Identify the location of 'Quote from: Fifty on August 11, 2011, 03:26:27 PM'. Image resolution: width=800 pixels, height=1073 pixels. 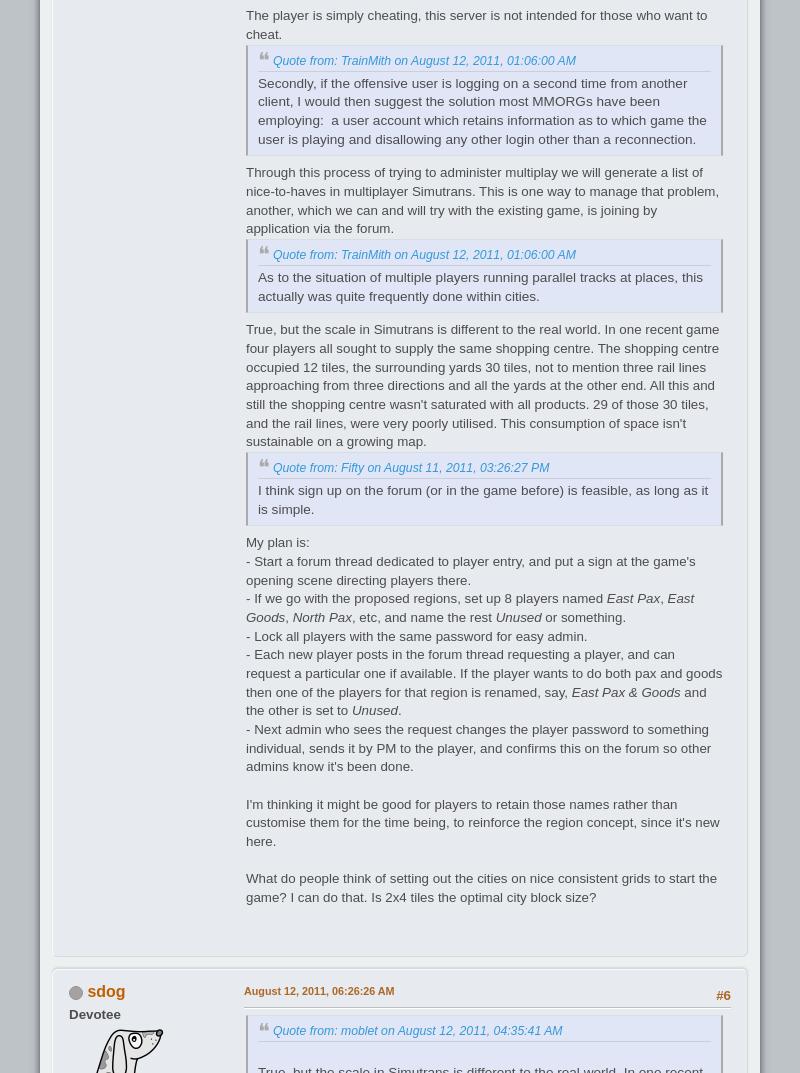
(411, 466).